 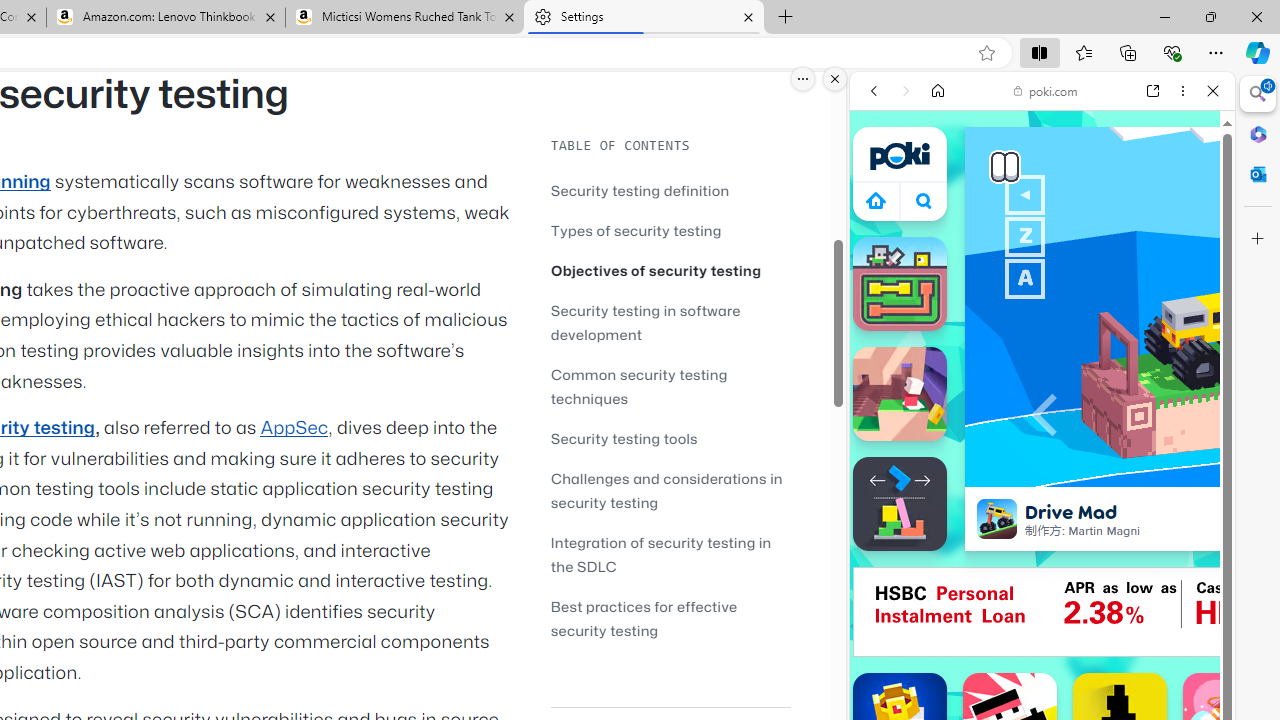 I want to click on 'Best practices for effective security testing', so click(x=644, y=617).